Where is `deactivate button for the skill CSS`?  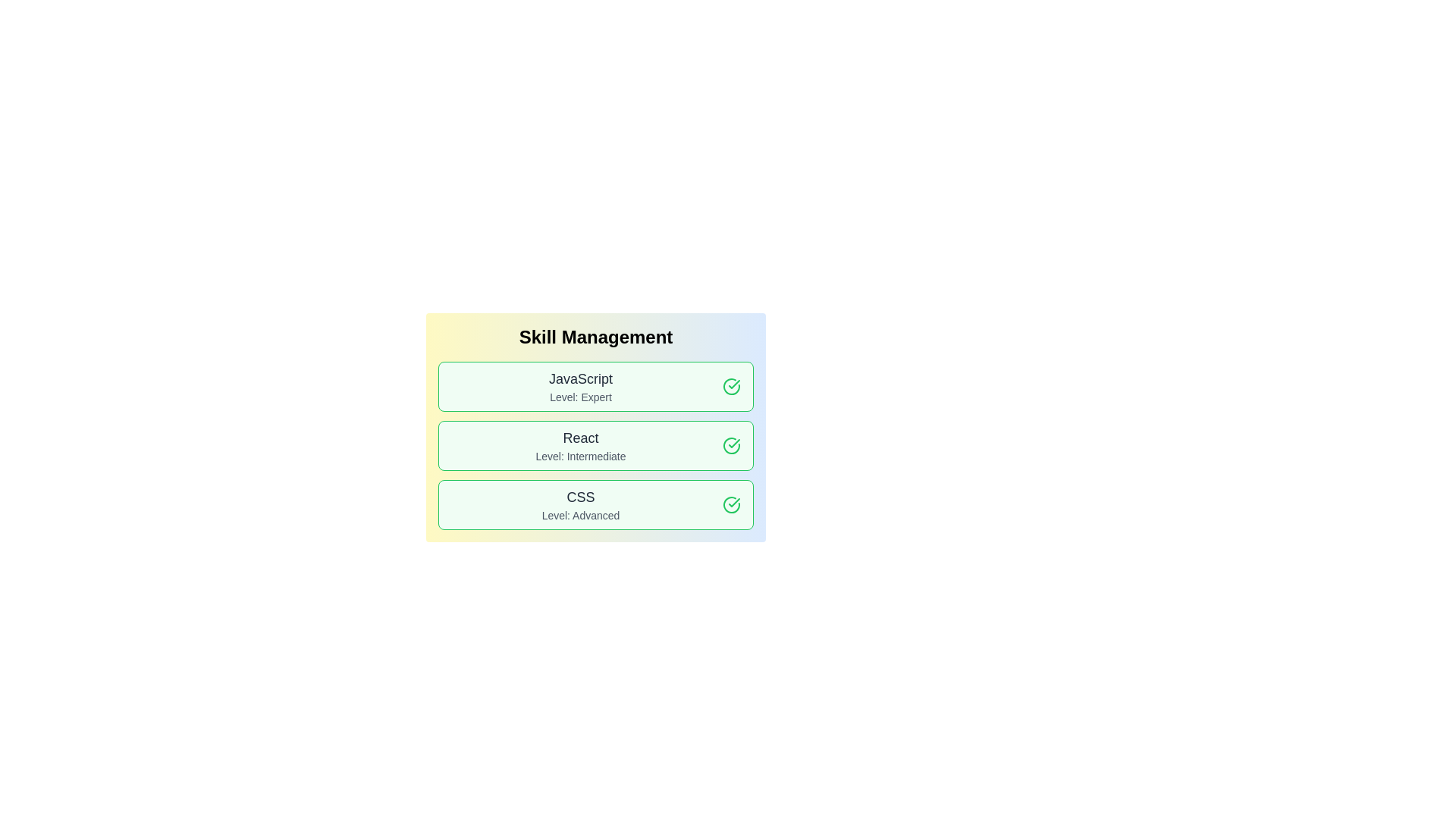 deactivate button for the skill CSS is located at coordinates (731, 505).